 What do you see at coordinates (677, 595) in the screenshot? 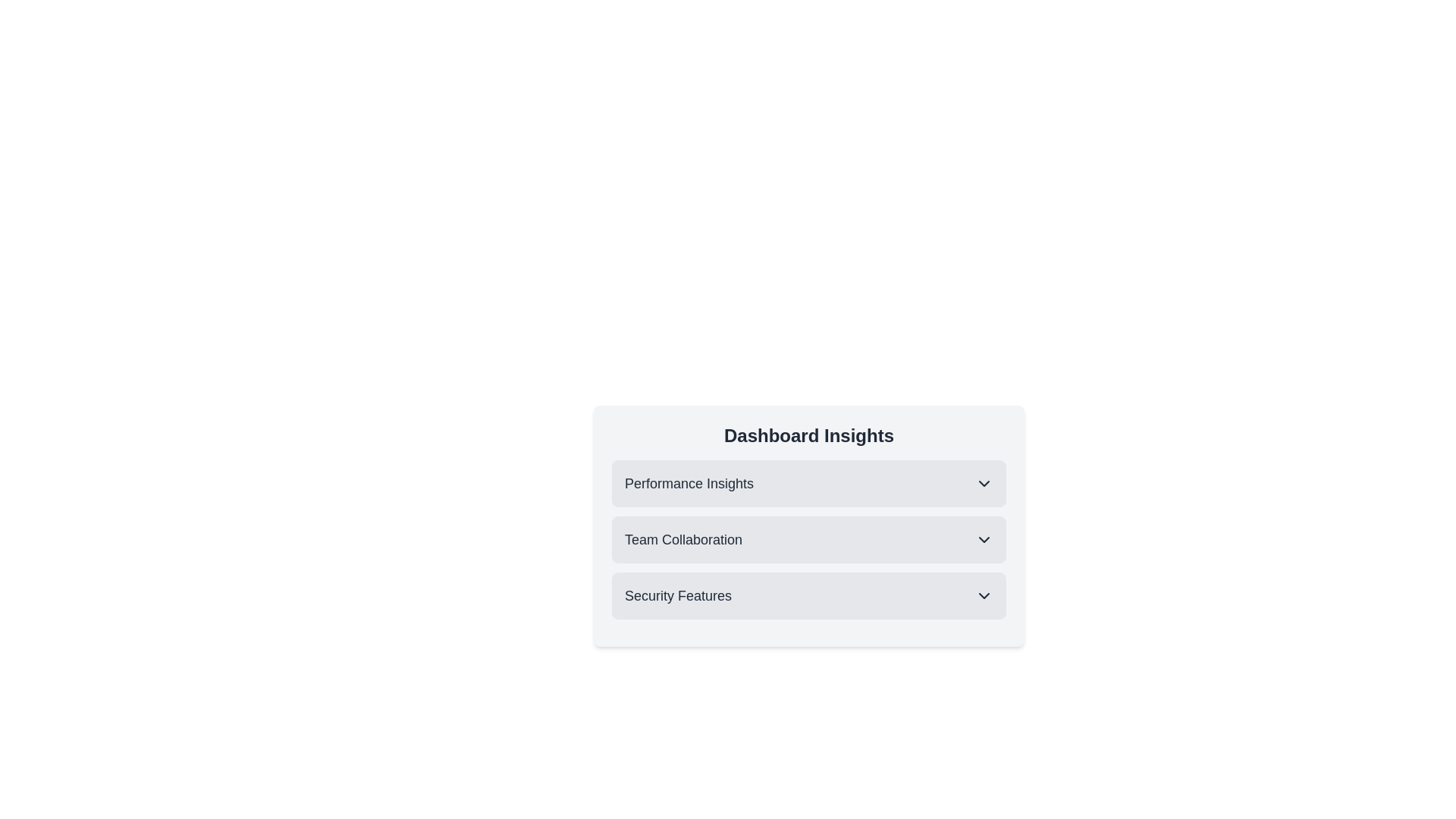
I see `the 'Security Features' text label, which is styled in a larger, bold font and is located under the 'Team Collaboration' section within the 'Dashboard Insights' expandable list` at bounding box center [677, 595].